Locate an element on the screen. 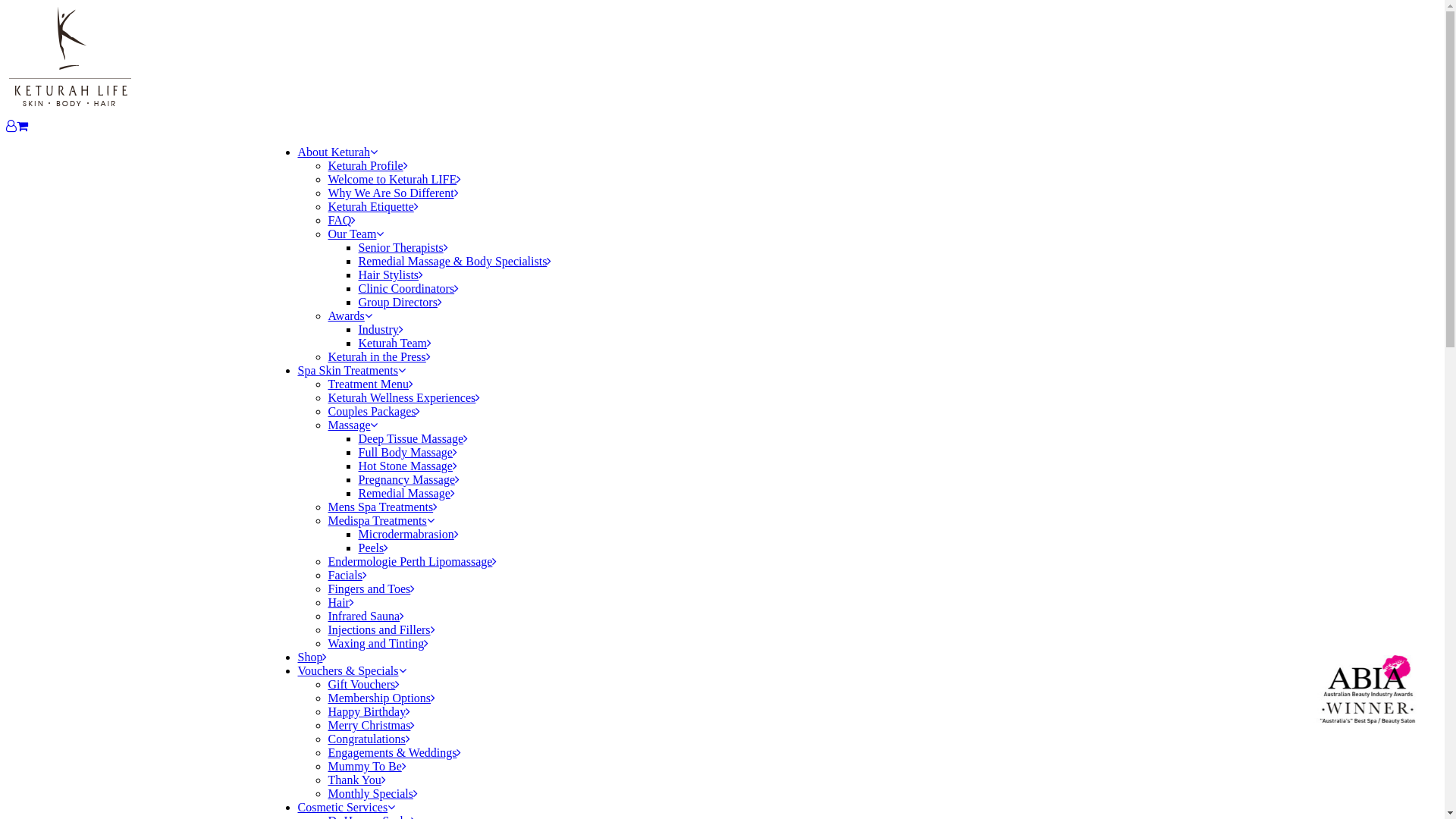 This screenshot has width=1456, height=819. 'Engagements & Weddings' is located at coordinates (394, 752).